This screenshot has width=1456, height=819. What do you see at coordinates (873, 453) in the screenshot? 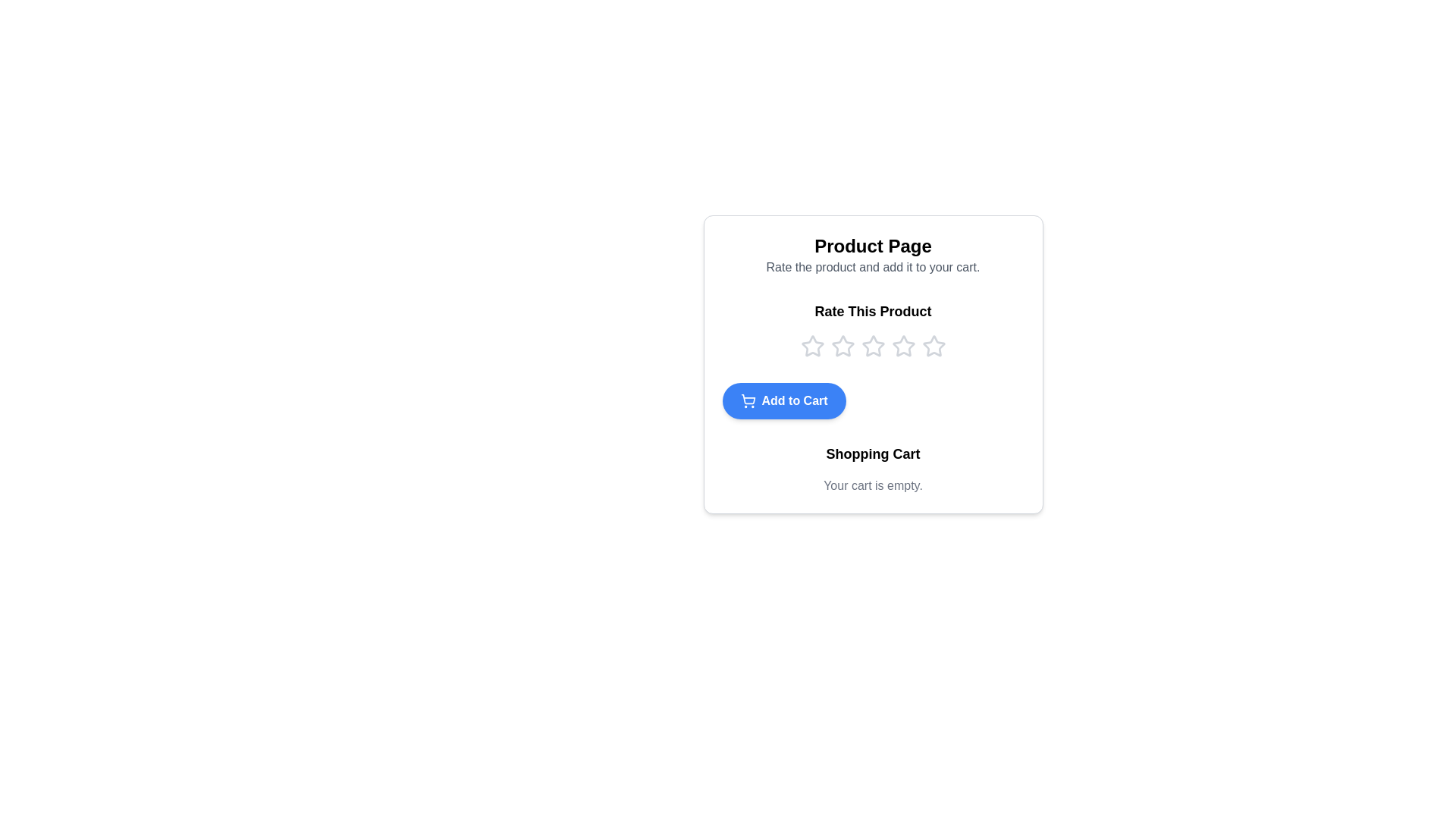
I see `text element that serves as a visual heading for the shopping cart section, located in the central lower portion of the card interface, above the text 'Your cart is empty.'` at bounding box center [873, 453].